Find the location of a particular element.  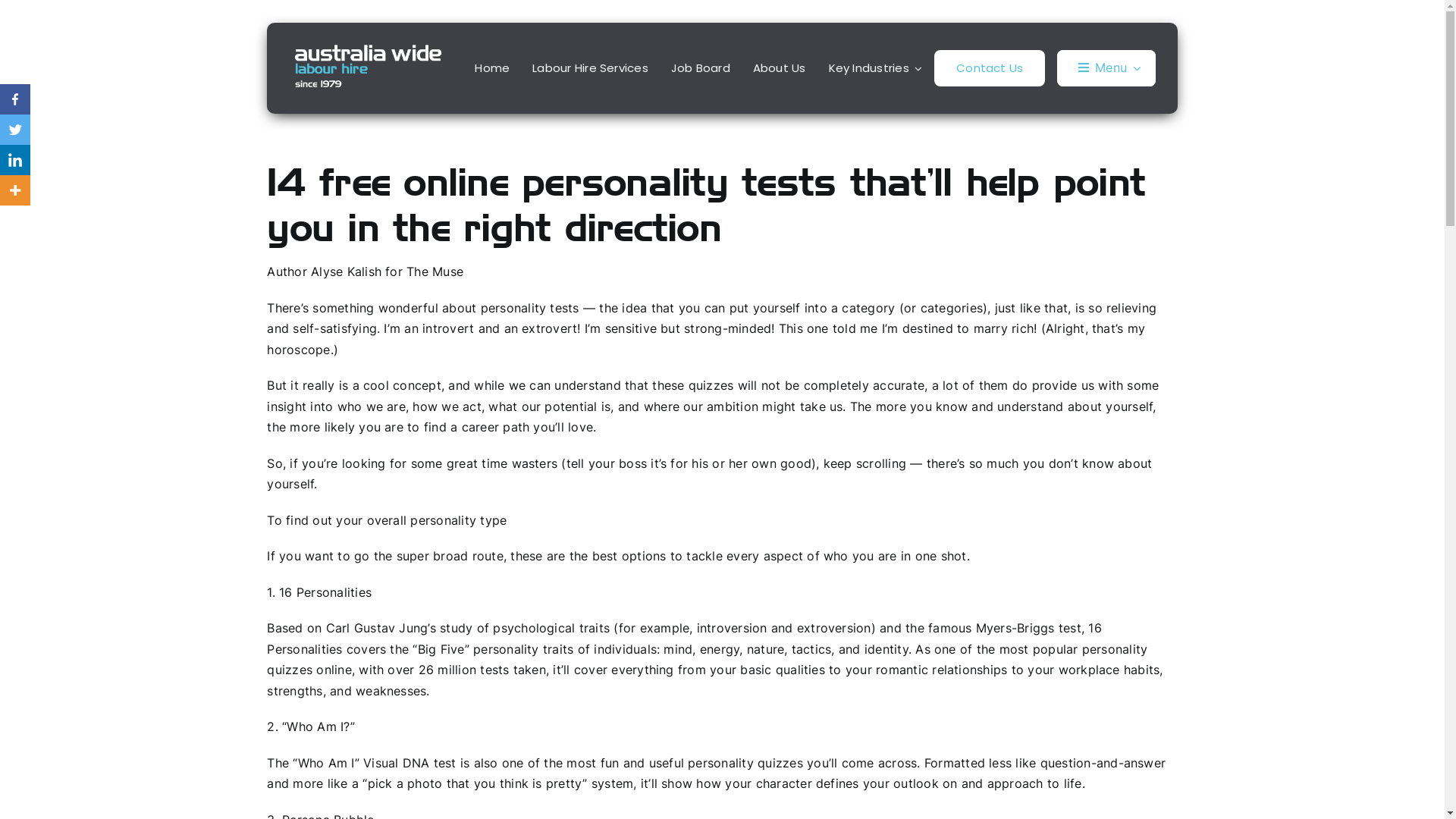

'Labour Hire Services' is located at coordinates (589, 67).